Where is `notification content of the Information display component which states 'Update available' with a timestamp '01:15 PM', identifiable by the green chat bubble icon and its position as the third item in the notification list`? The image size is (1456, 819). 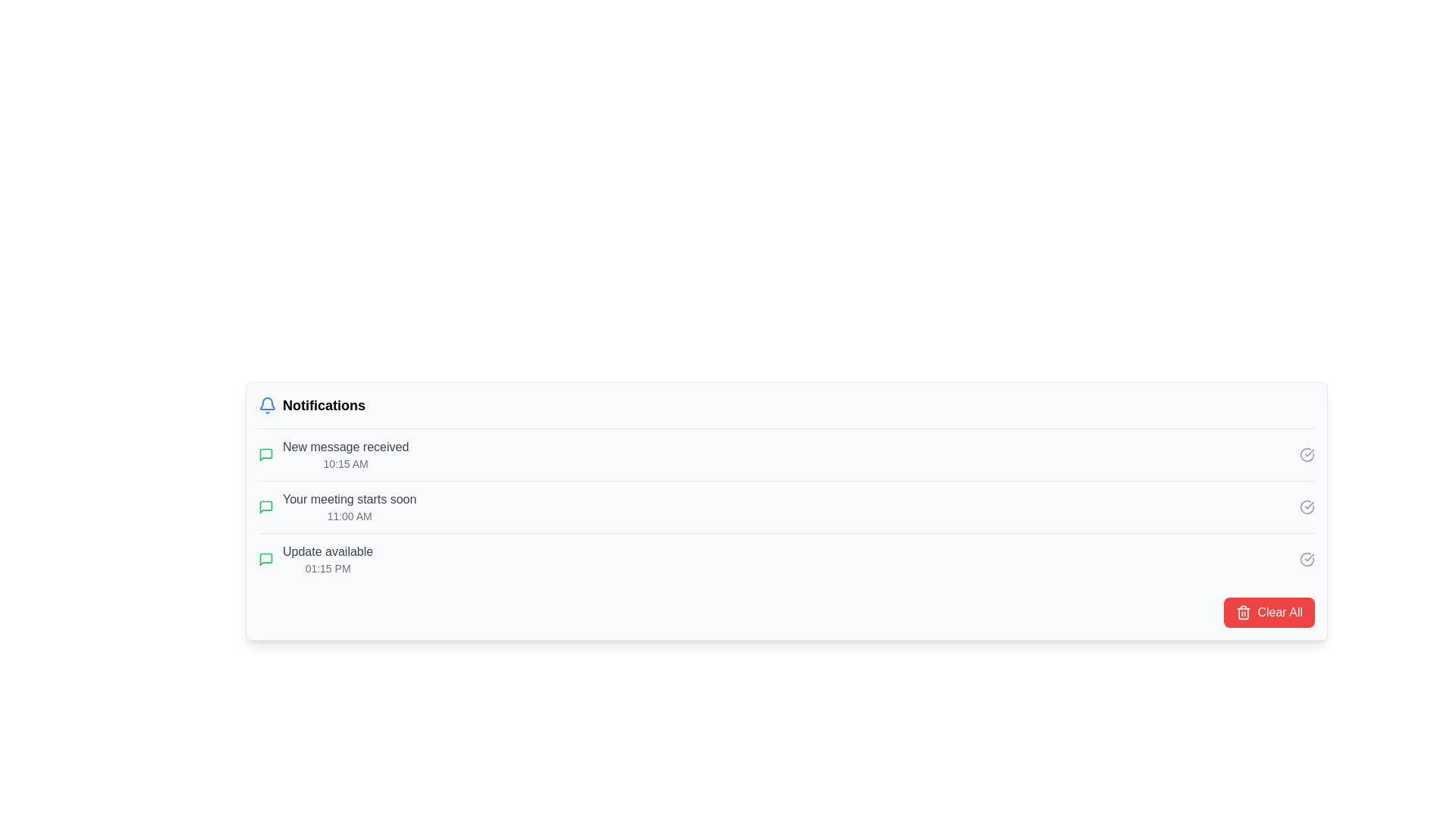
notification content of the Information display component which states 'Update available' with a timestamp '01:15 PM', identifiable by the green chat bubble icon and its position as the third item in the notification list is located at coordinates (315, 559).